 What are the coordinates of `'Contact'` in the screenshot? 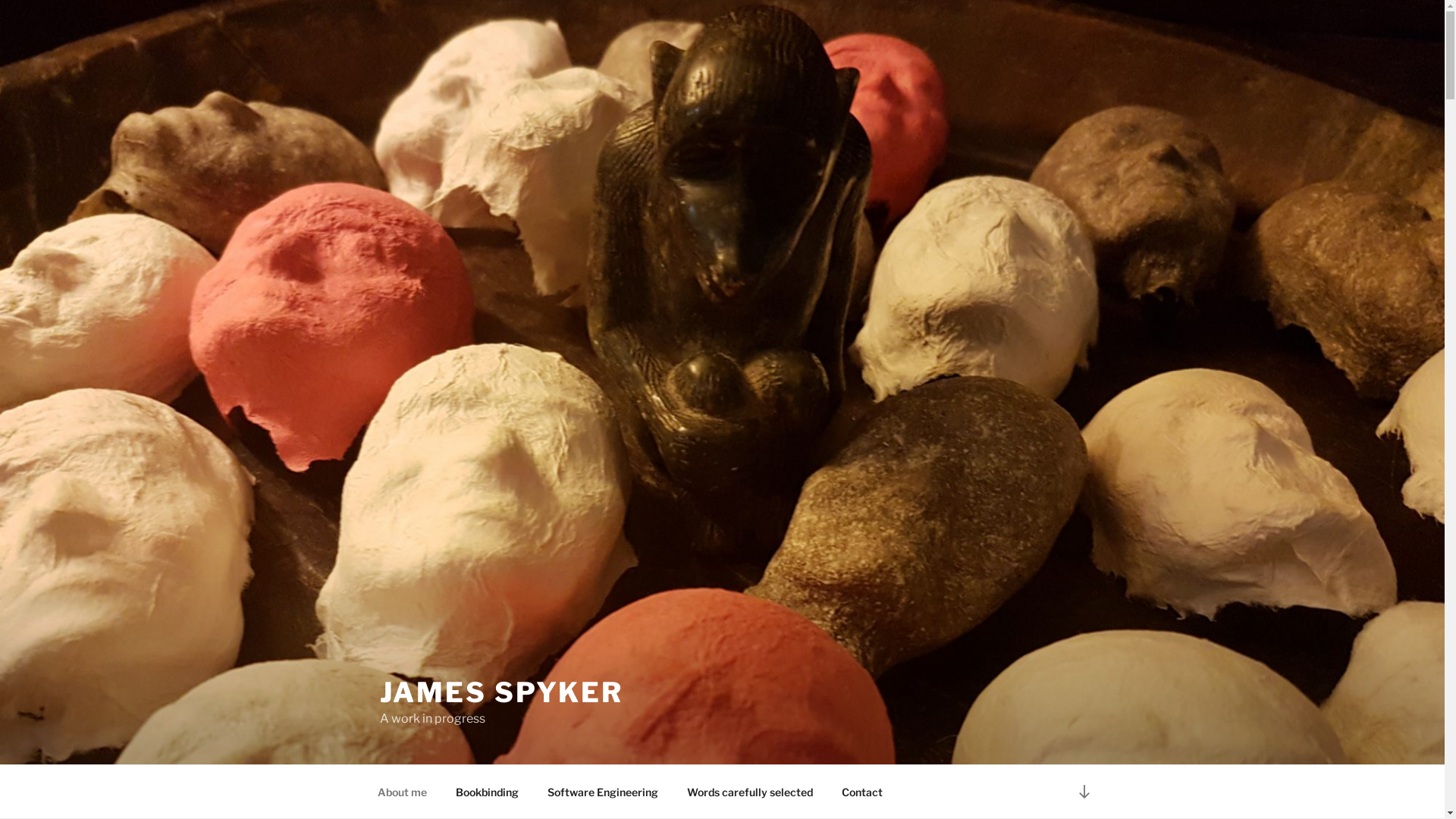 It's located at (827, 791).